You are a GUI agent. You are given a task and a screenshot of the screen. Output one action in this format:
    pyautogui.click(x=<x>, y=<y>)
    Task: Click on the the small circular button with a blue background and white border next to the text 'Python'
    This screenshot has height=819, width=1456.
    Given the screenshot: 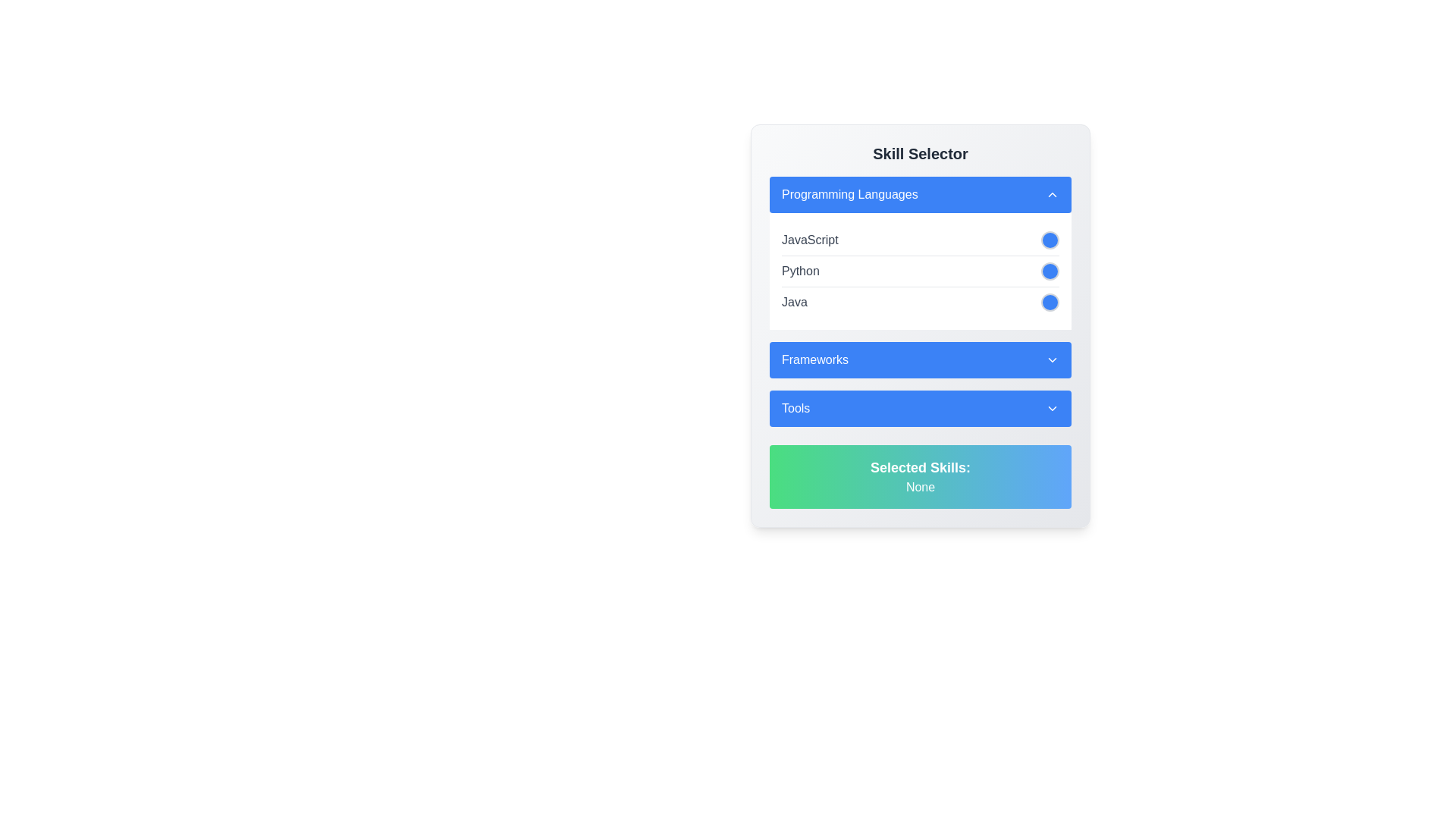 What is the action you would take?
    pyautogui.click(x=1050, y=271)
    